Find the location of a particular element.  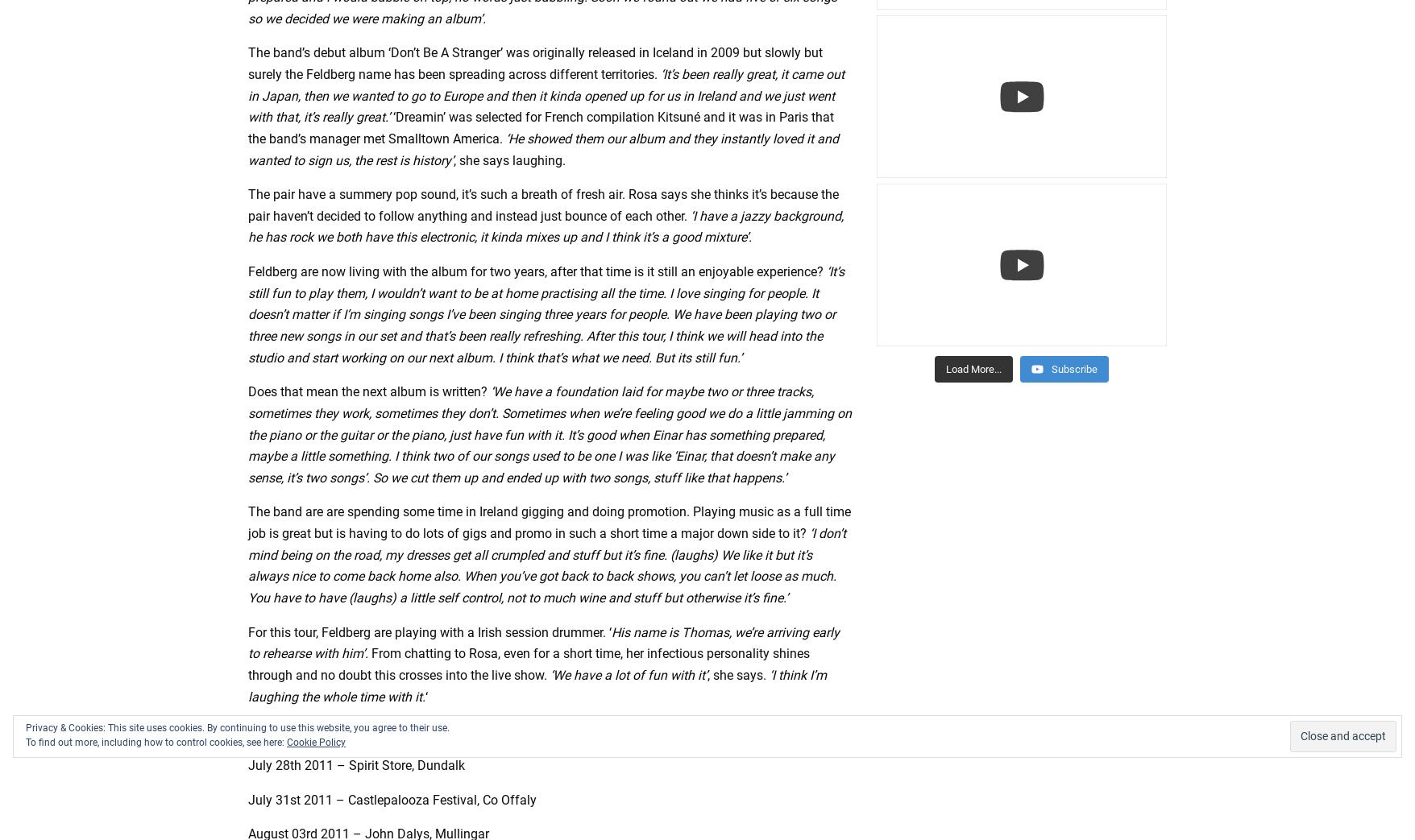

', she says laughing.' is located at coordinates (508, 159).